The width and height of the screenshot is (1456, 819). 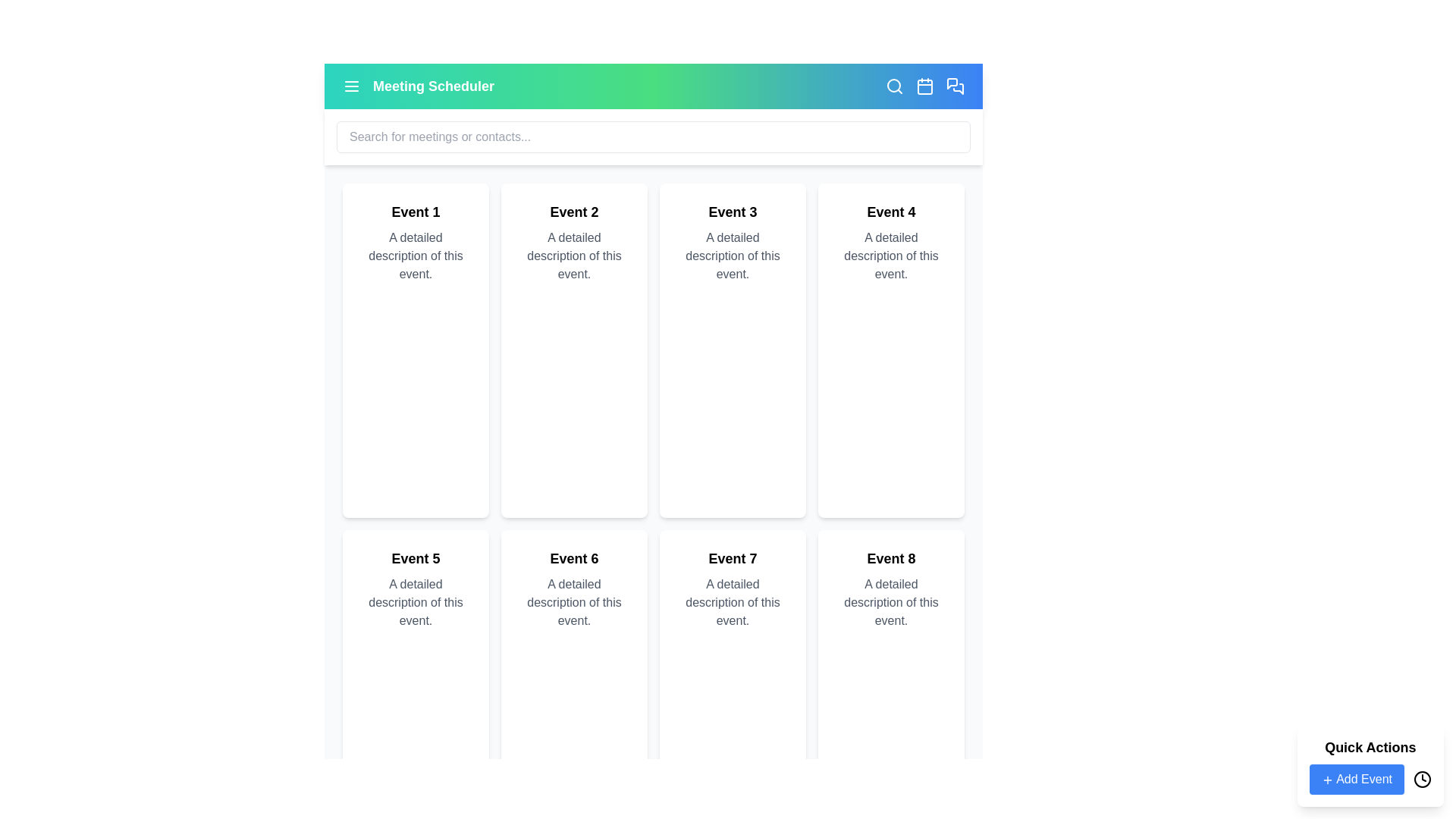 What do you see at coordinates (733, 601) in the screenshot?
I see `gray text label that says 'A detailed description of this event.' located within the card titled 'Event 7' in the rightmost column of the second row` at bounding box center [733, 601].